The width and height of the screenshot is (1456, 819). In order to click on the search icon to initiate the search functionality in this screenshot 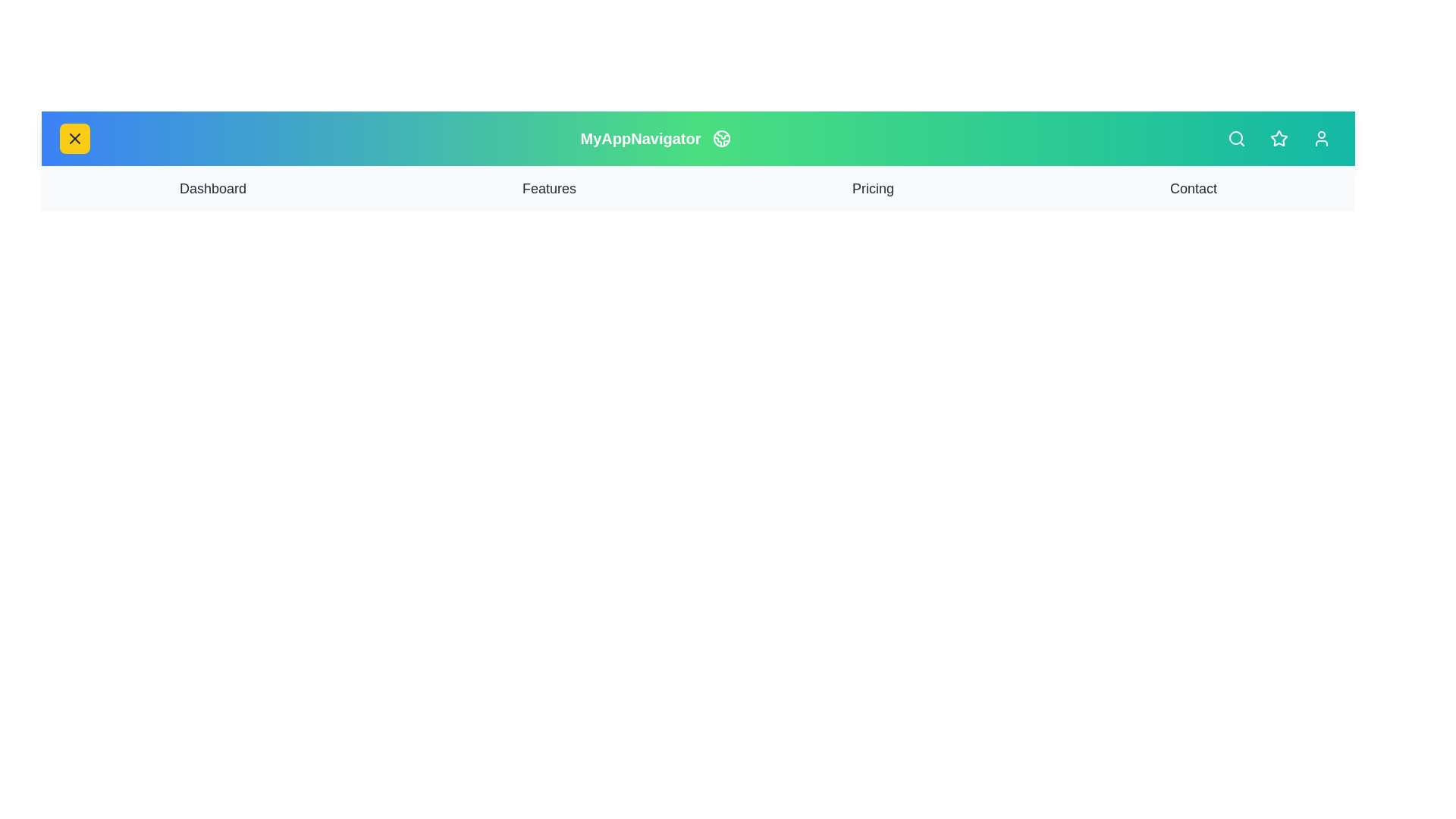, I will do `click(1237, 138)`.